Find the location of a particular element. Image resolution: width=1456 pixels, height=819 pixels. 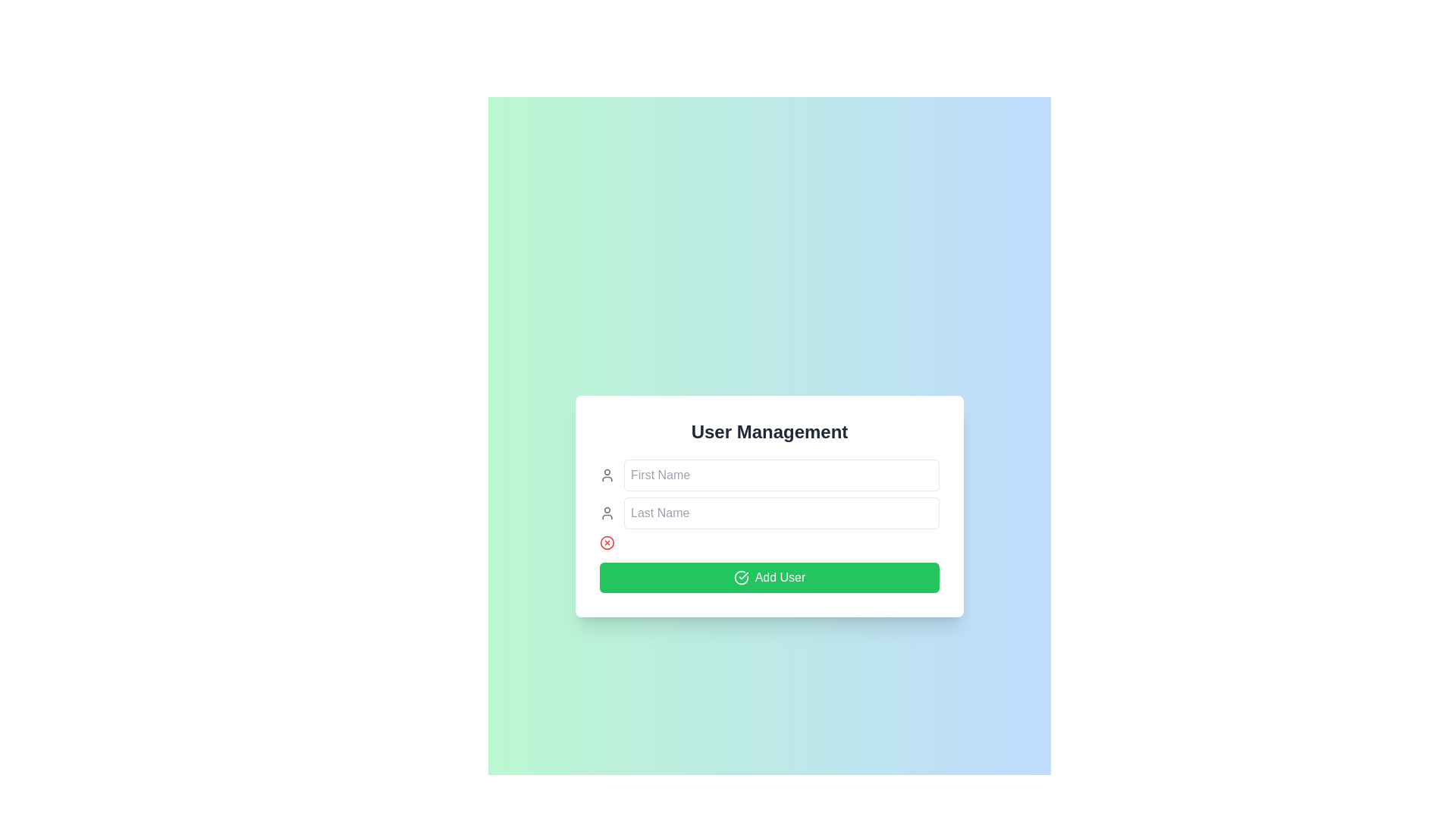

the minimalist gray person icon located below the 'First Name' icon and above the red cancel icon in the vertical stack of icons is located at coordinates (607, 475).